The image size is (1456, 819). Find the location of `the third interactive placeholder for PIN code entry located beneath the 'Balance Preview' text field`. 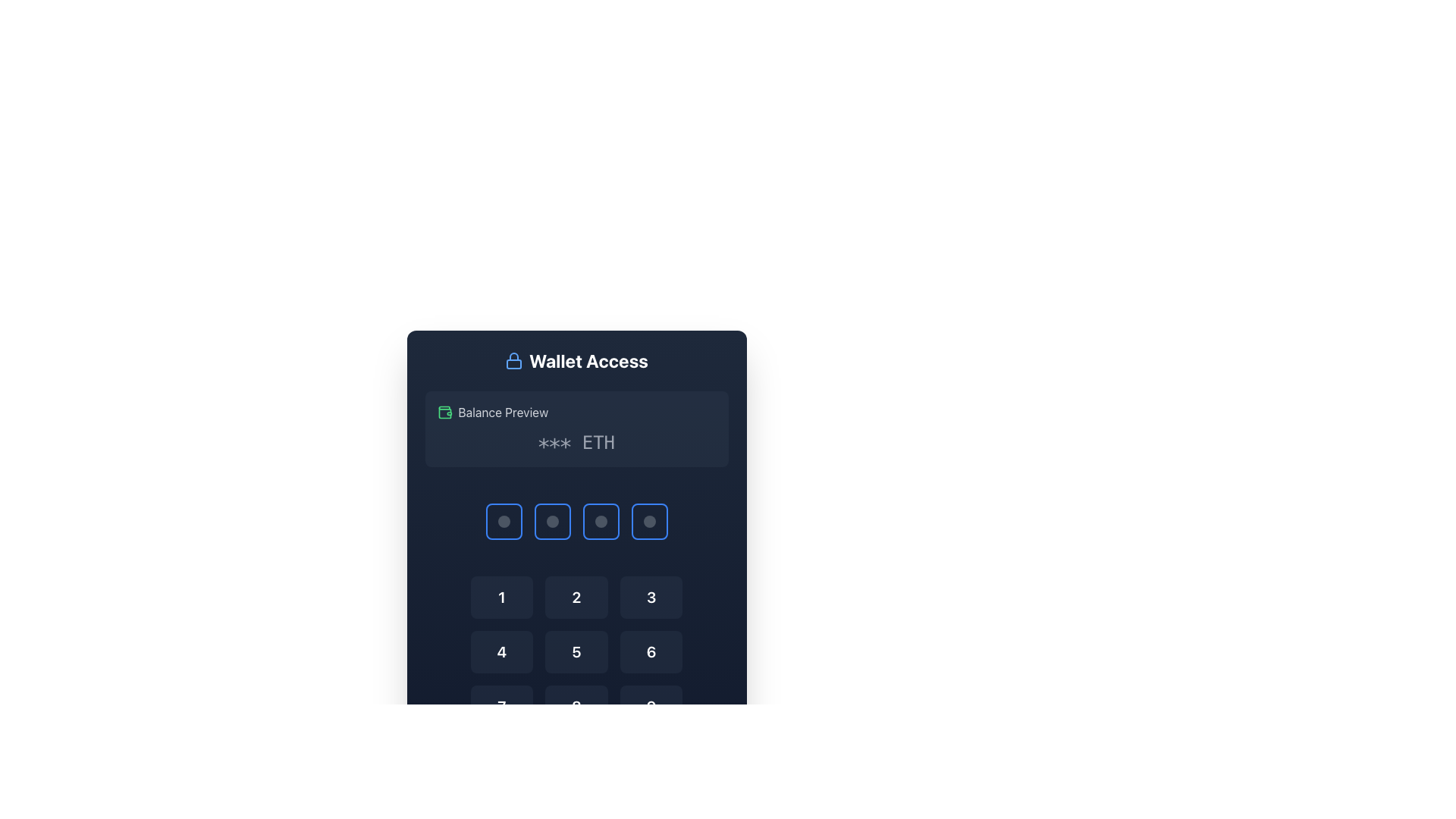

the third interactive placeholder for PIN code entry located beneath the 'Balance Preview' text field is located at coordinates (600, 520).